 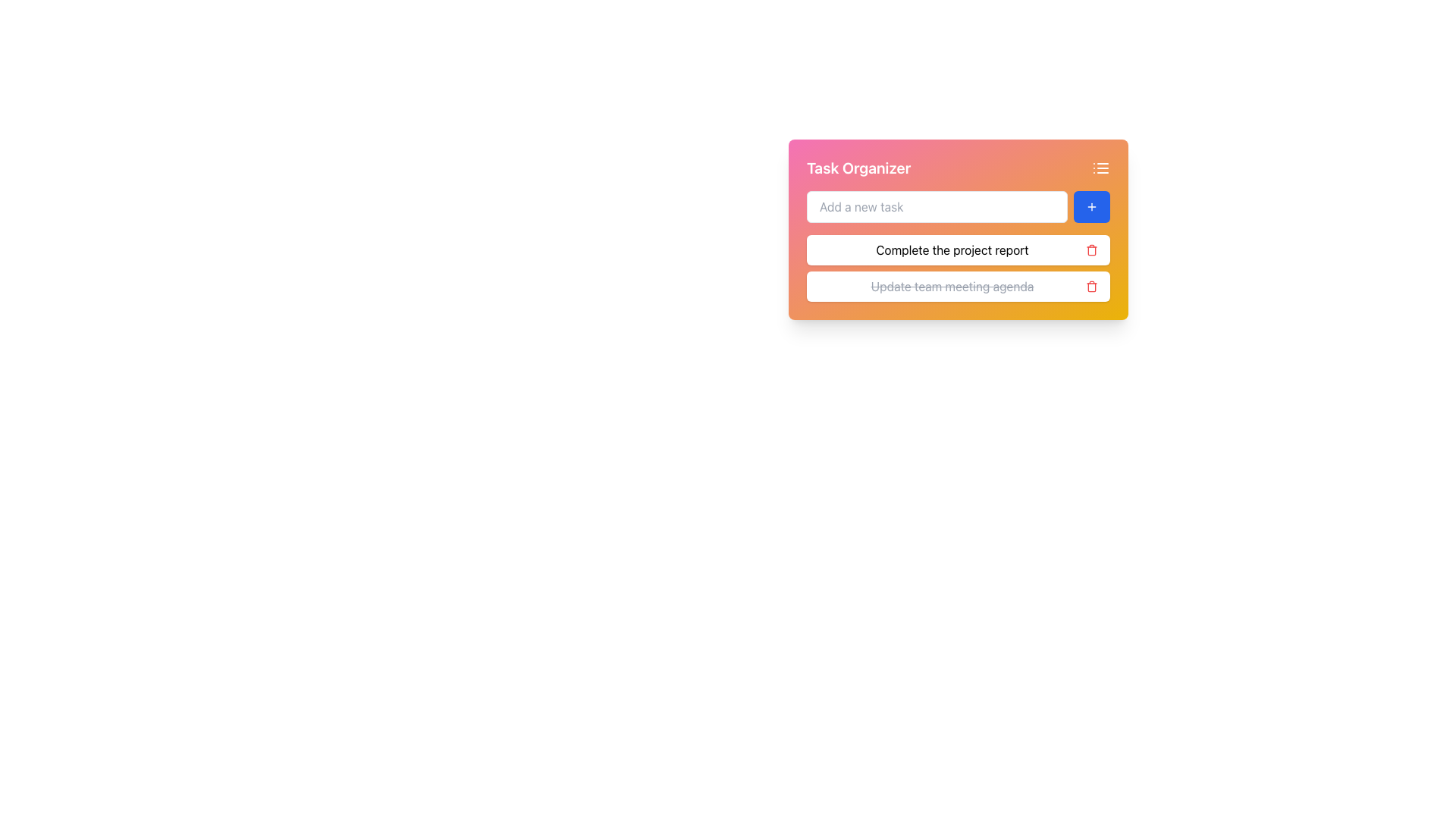 What do you see at coordinates (1100, 168) in the screenshot?
I see `the small icon resembling a simplified list layout located at the top-right corner of the 'Task Organizer' section` at bounding box center [1100, 168].